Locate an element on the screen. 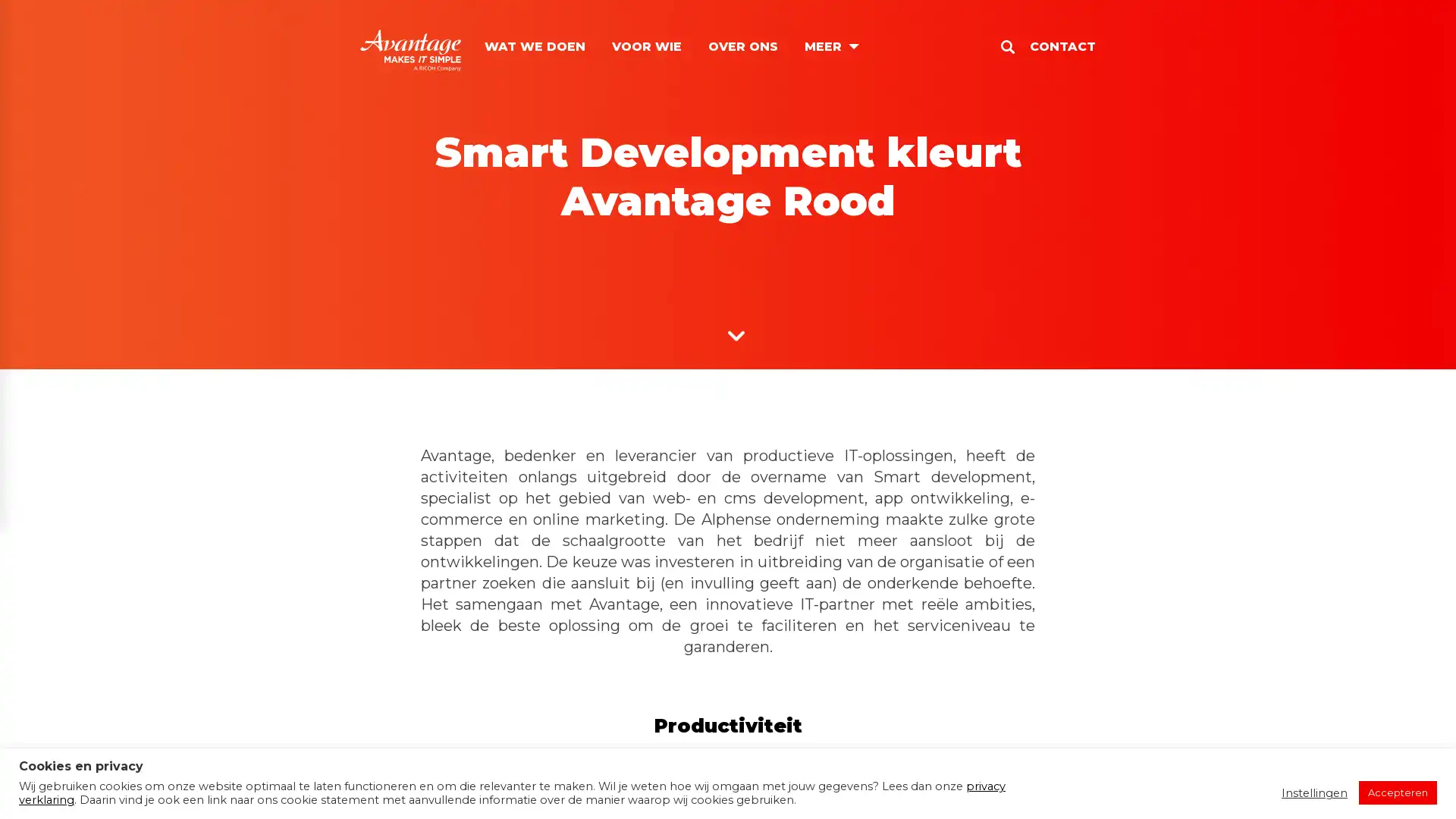  Instellingen is located at coordinates (1313, 792).